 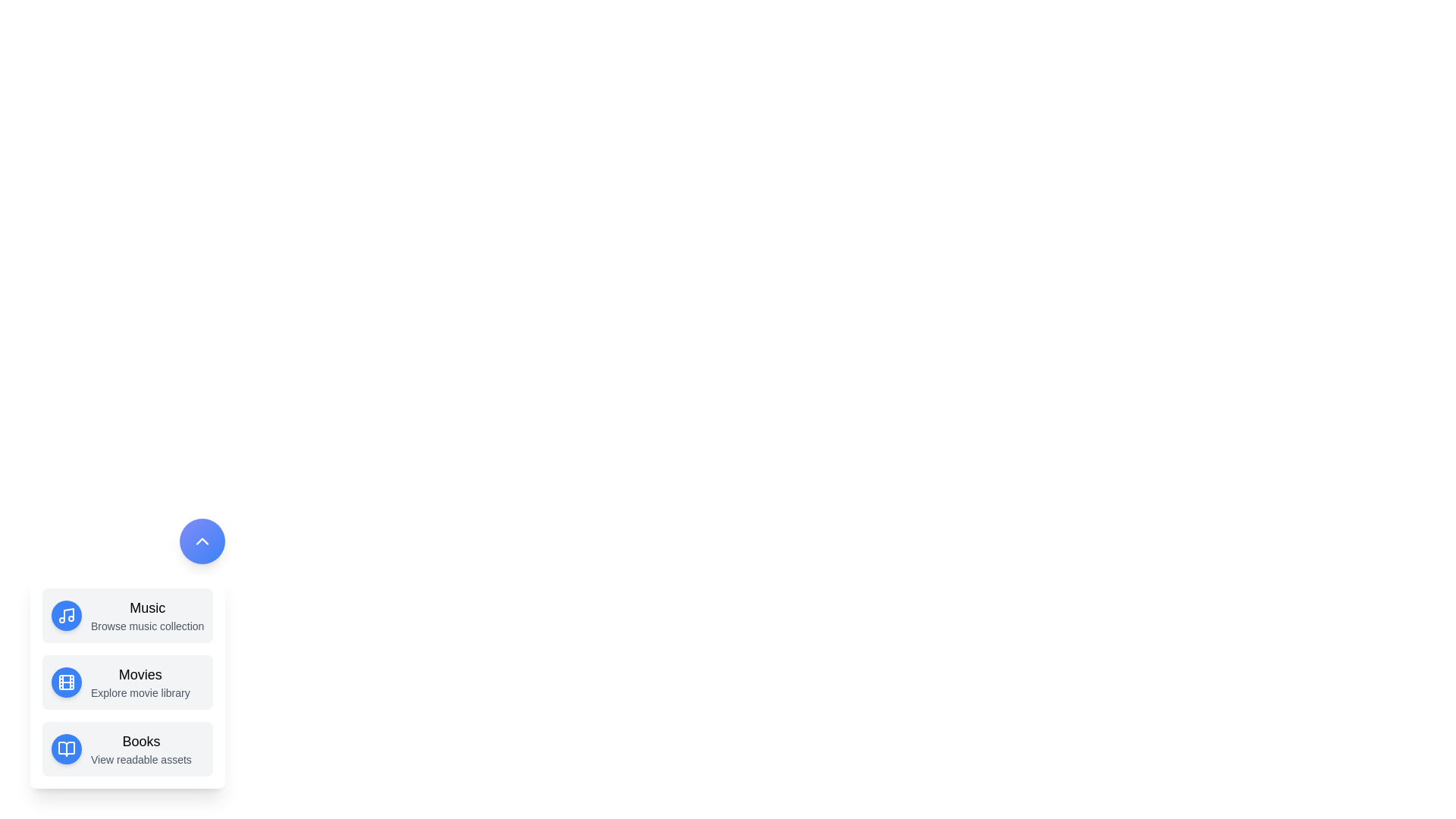 I want to click on the 'Music' option in the EnhancedMediaSelector component, so click(x=127, y=616).